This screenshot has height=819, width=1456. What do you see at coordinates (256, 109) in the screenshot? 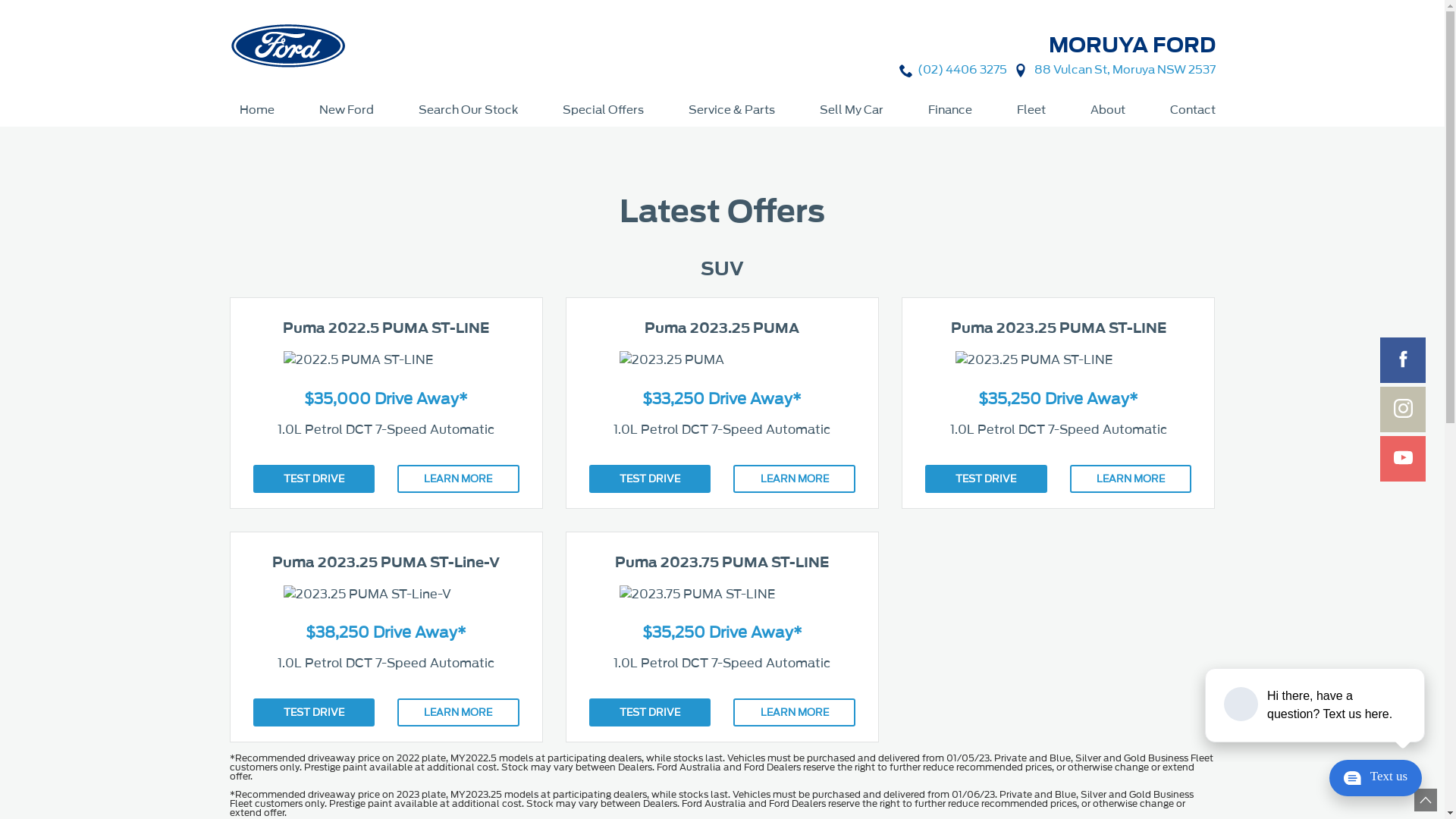
I see `'Home'` at bounding box center [256, 109].